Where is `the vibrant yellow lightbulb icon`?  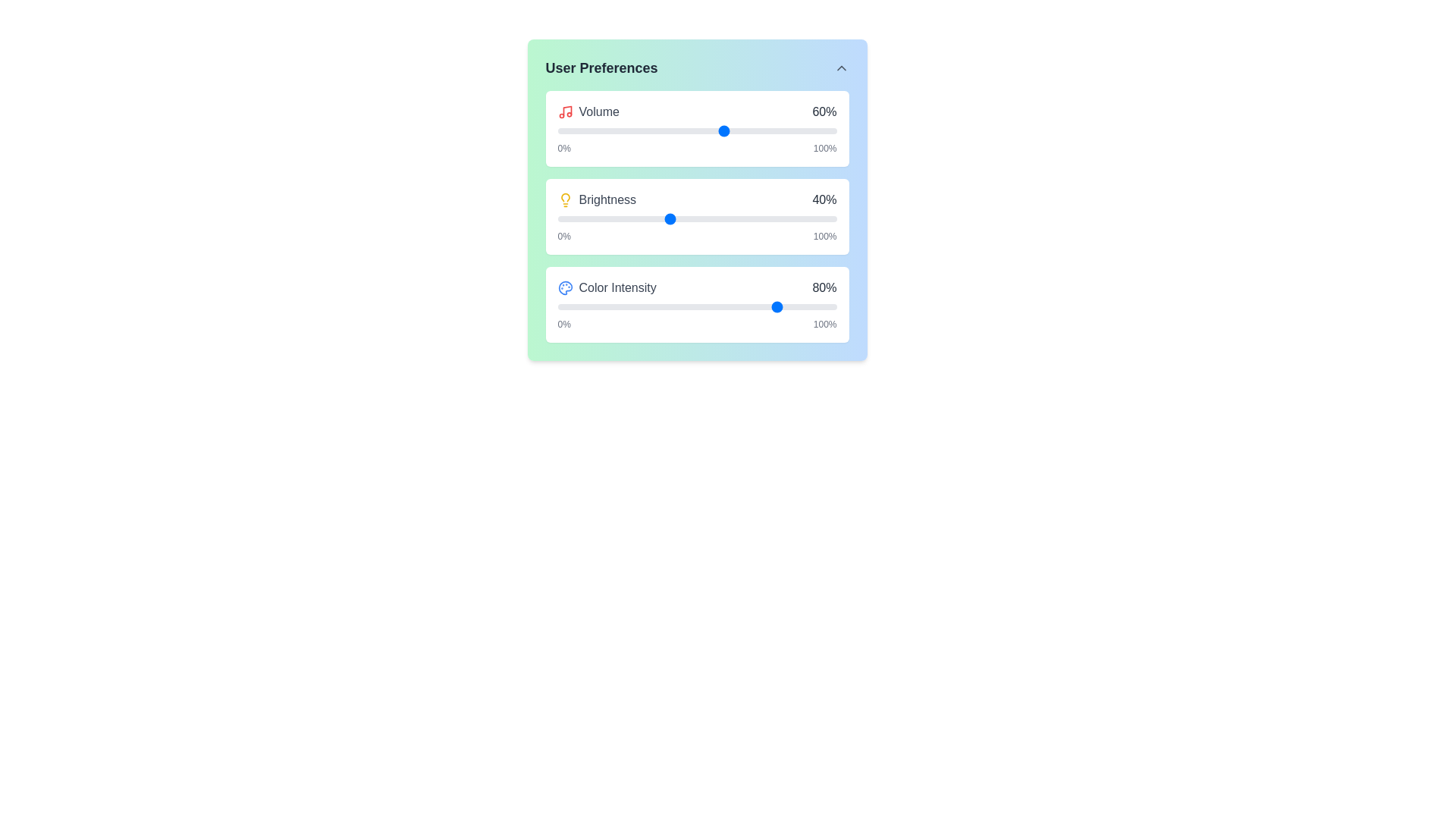
the vibrant yellow lightbulb icon is located at coordinates (564, 199).